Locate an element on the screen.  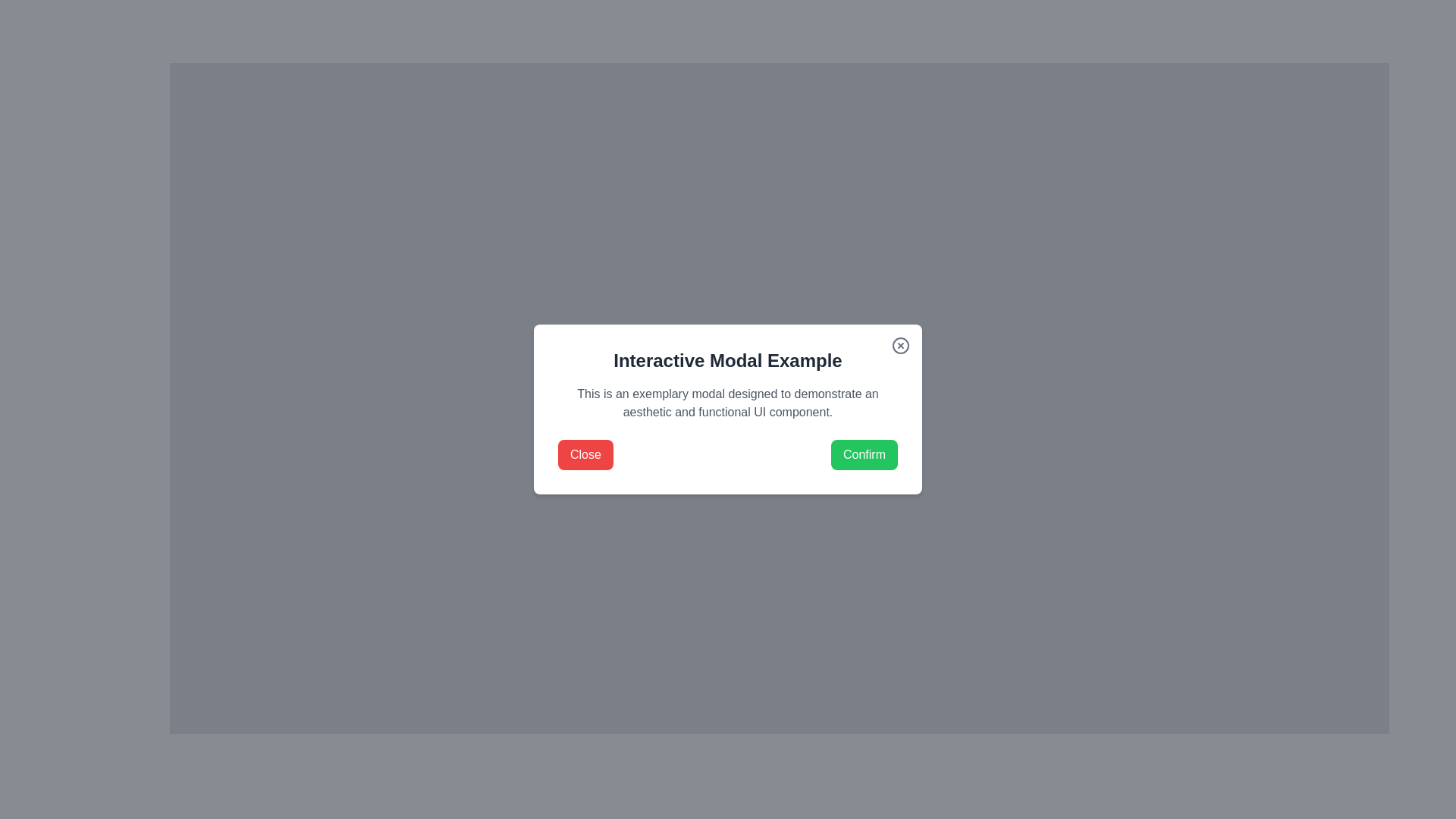
the Icon button located in the top-right corner of the modal dialog box is located at coordinates (901, 345).